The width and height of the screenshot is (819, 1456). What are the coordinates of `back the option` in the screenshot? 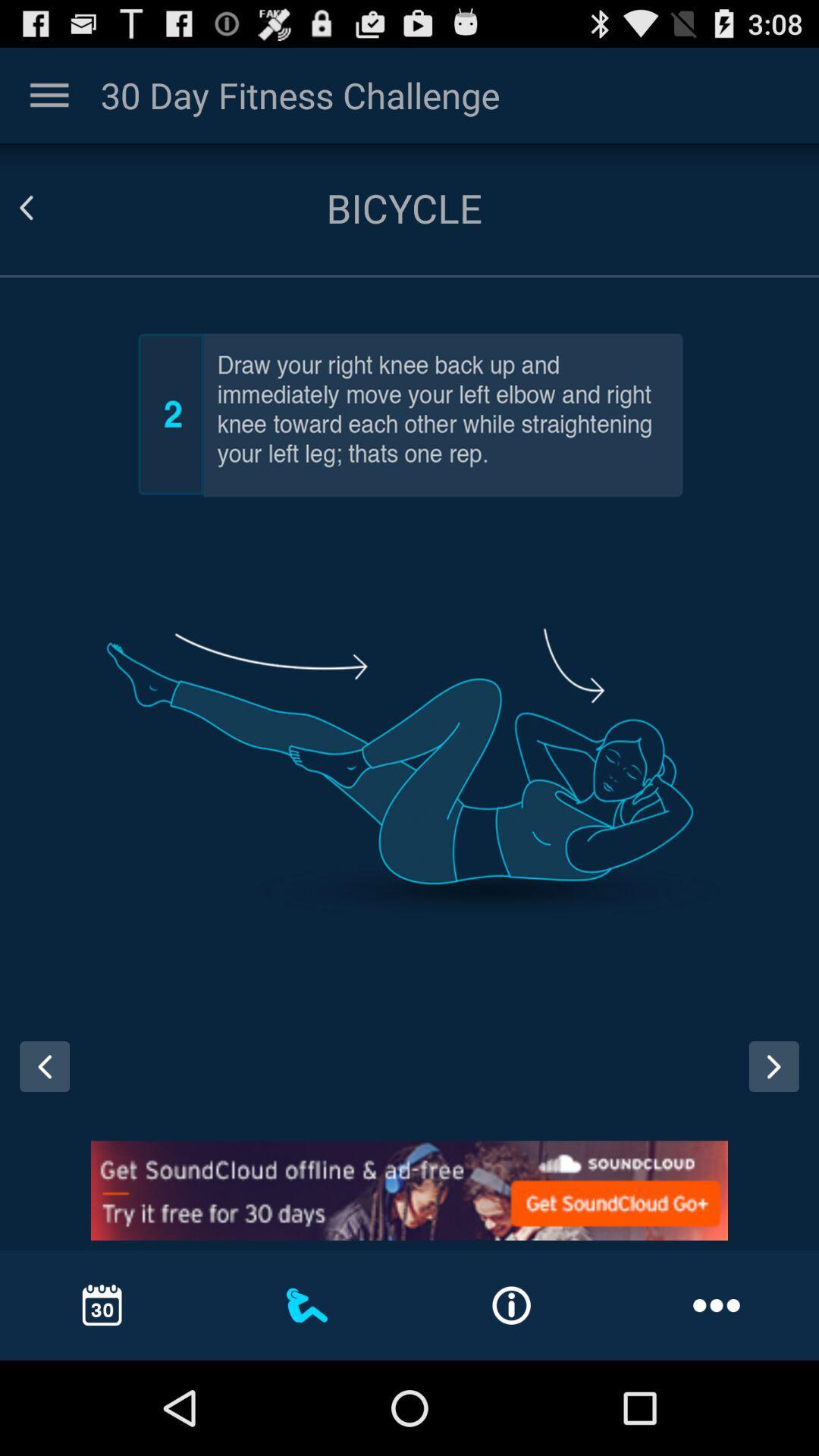 It's located at (773, 1065).